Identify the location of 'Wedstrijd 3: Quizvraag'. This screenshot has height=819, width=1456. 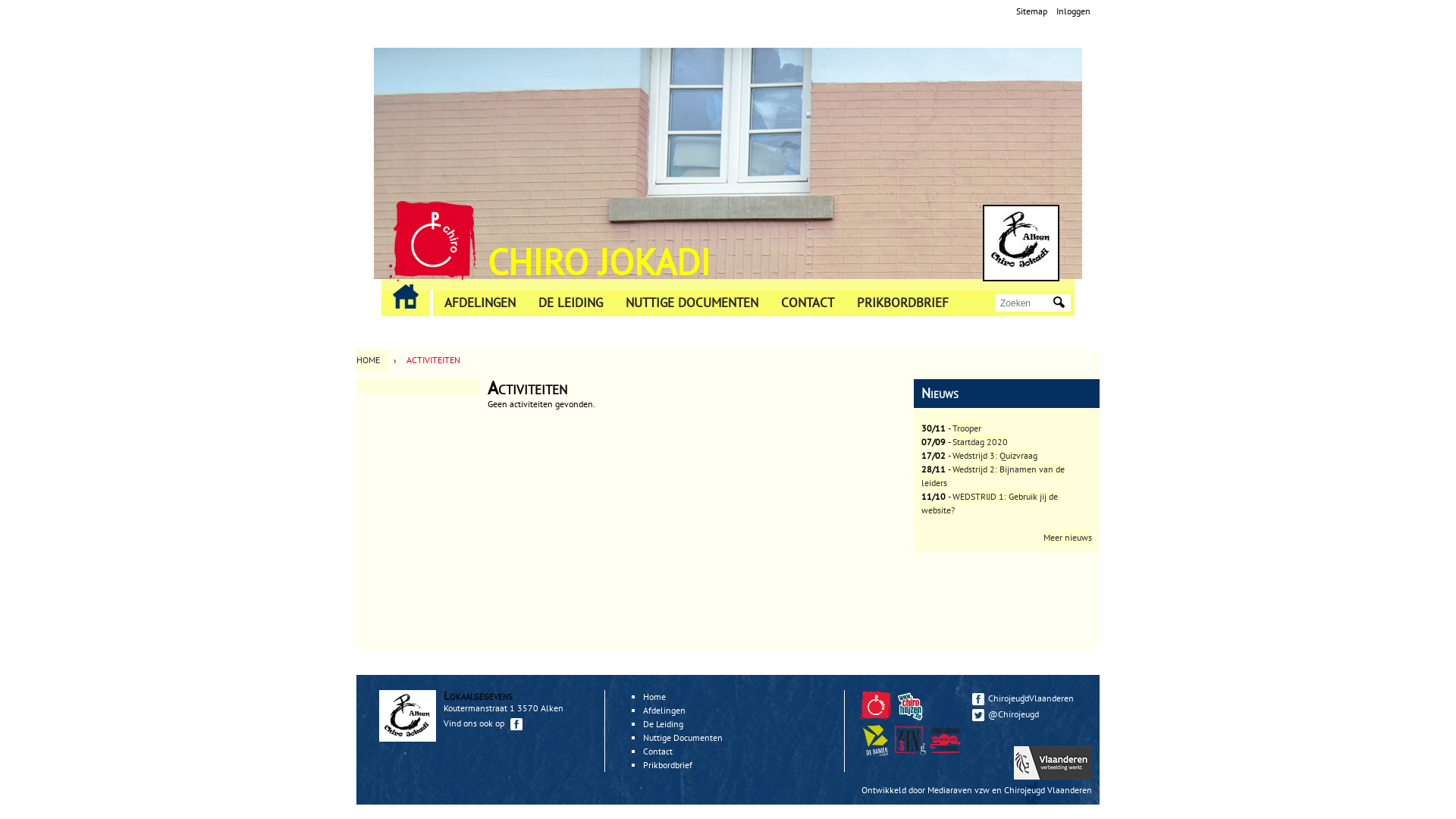
(994, 454).